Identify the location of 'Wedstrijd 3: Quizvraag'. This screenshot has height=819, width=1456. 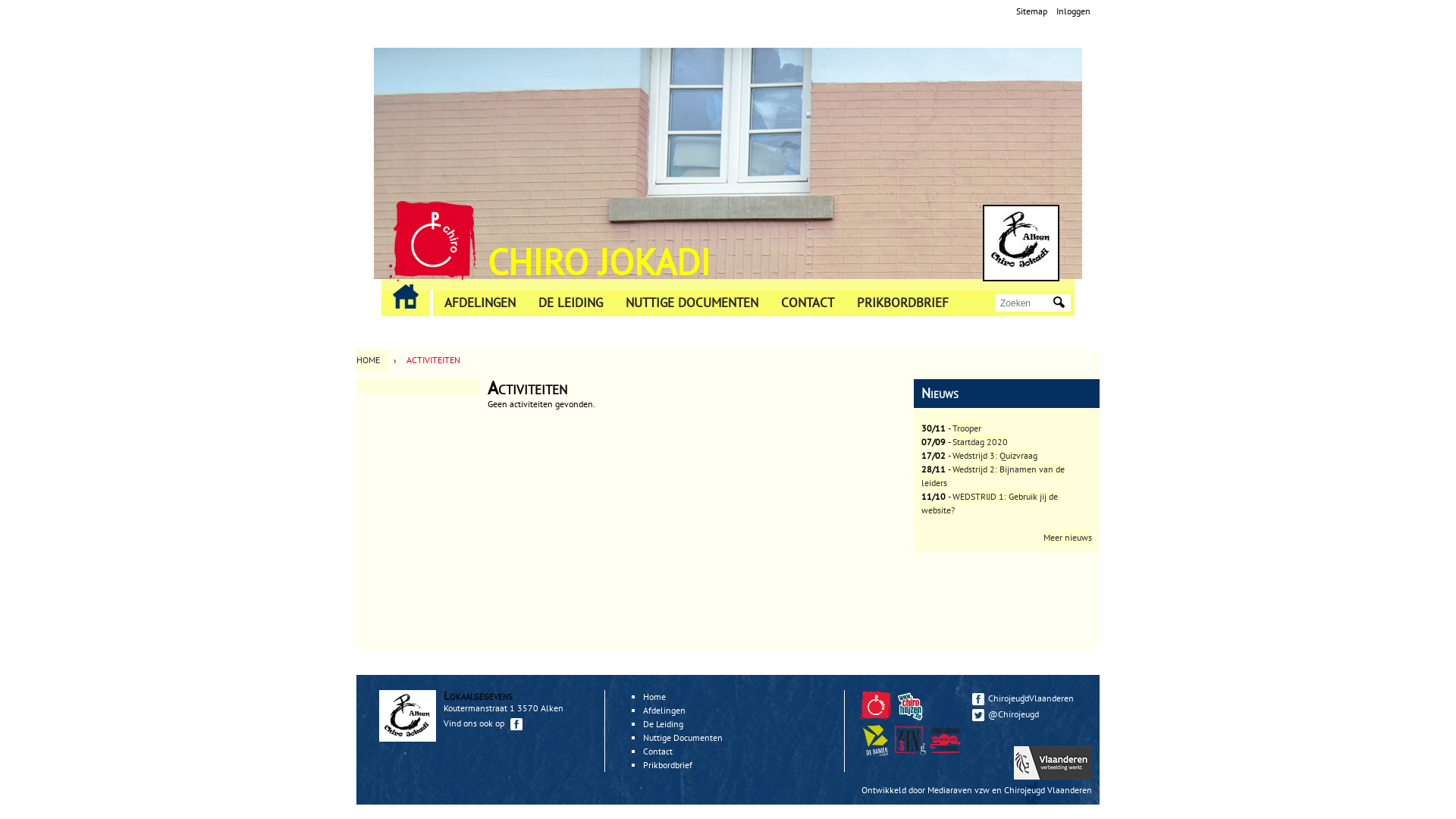
(994, 454).